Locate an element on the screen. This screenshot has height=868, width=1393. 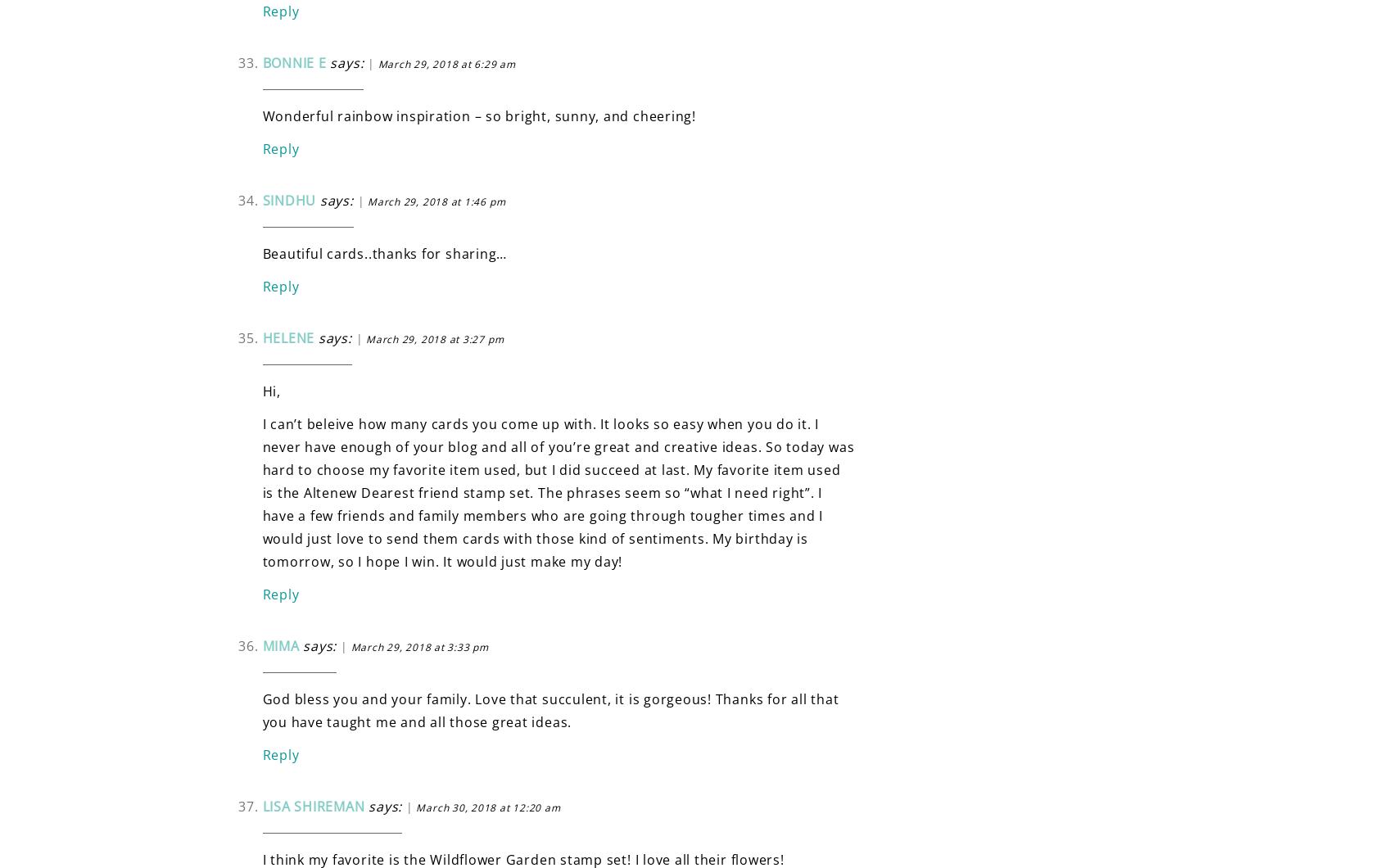
'Helene' is located at coordinates (287, 337).